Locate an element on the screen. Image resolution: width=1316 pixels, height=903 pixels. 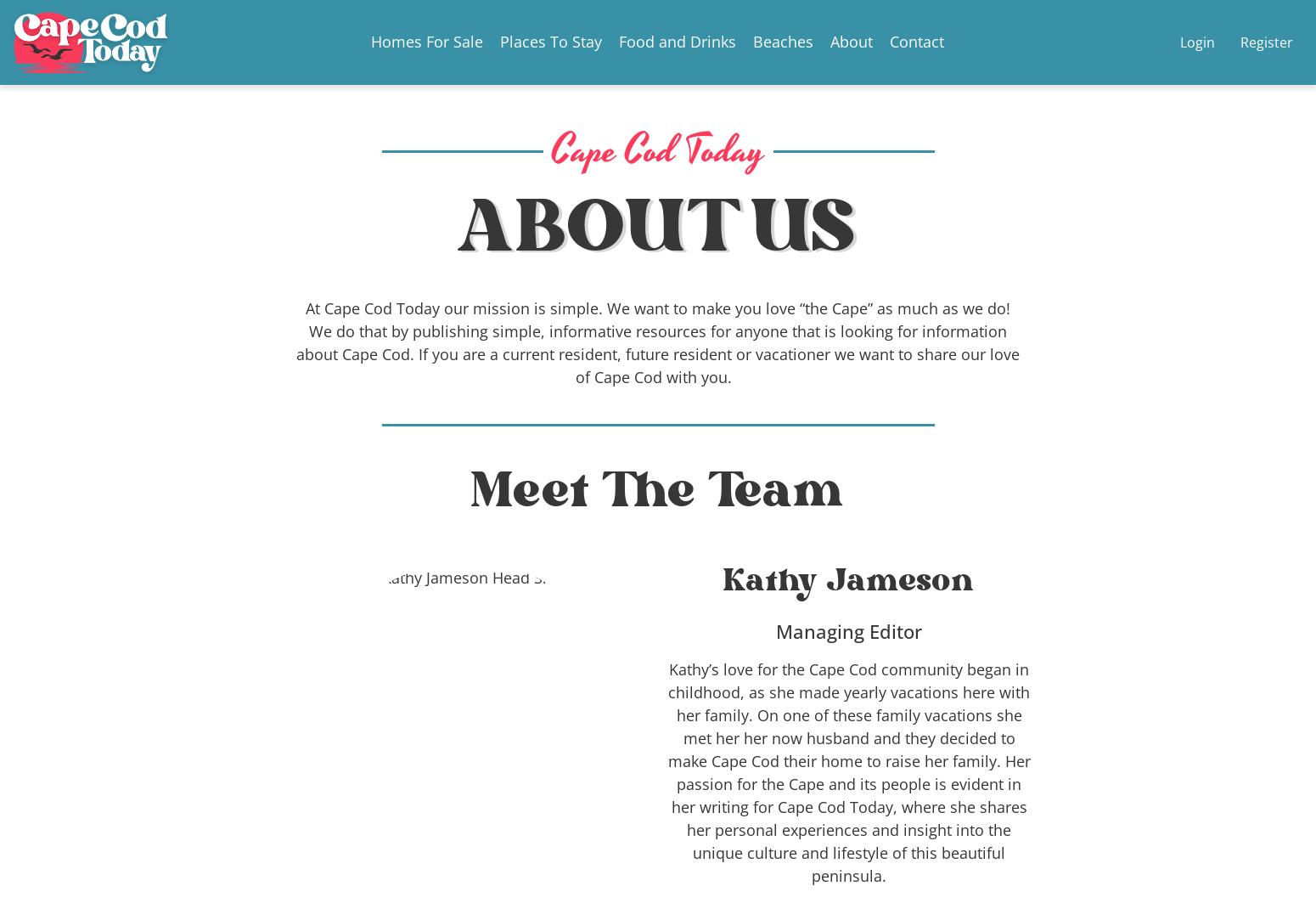
'25 Best Family Resorts in Cape Cod (Complete List)' is located at coordinates (889, 855).